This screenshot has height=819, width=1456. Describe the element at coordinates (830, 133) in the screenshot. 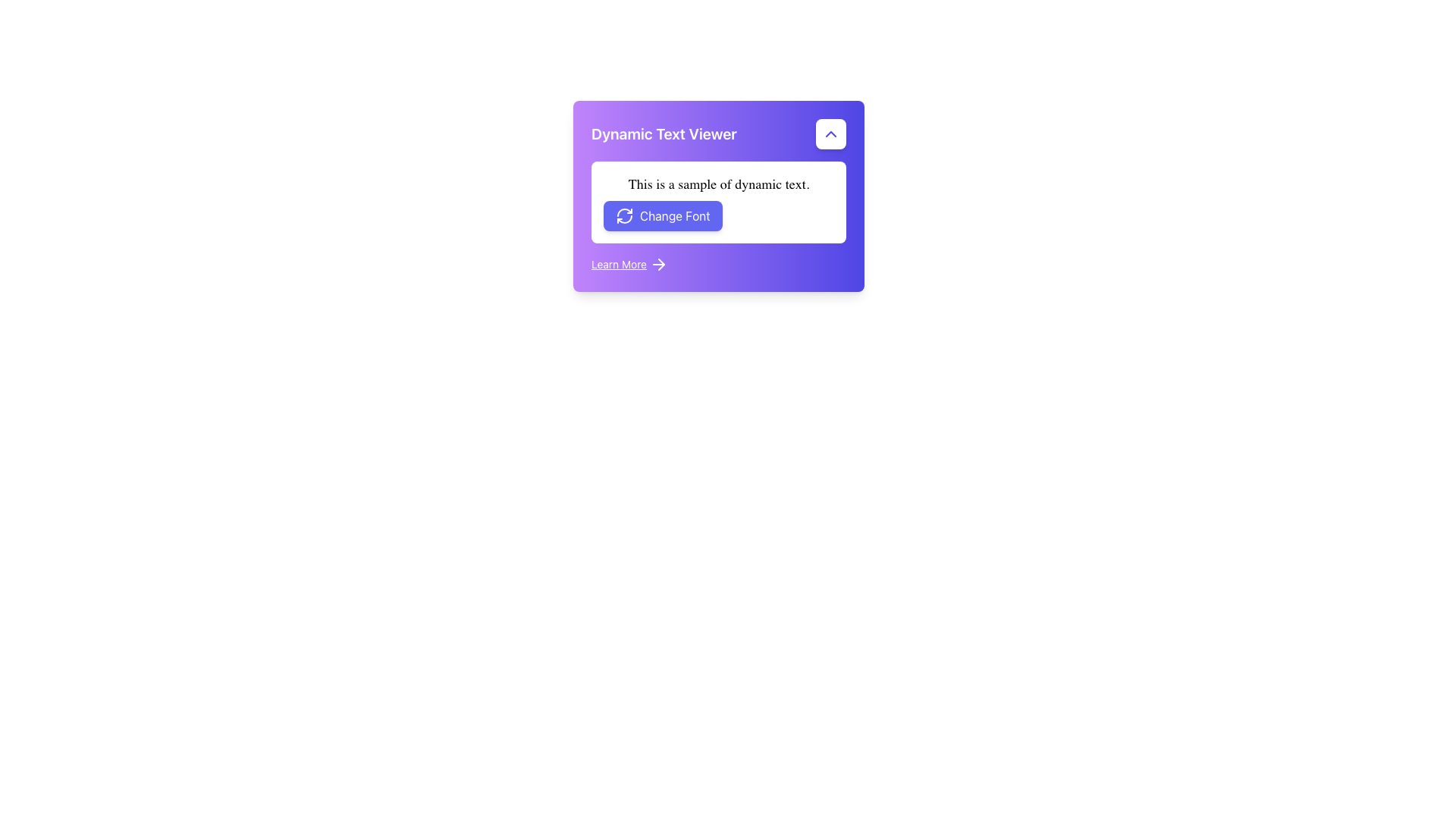

I see `the small upward-pointing chevron icon located at the top-right corner of the 'Dynamic Text Viewer' card` at that location.